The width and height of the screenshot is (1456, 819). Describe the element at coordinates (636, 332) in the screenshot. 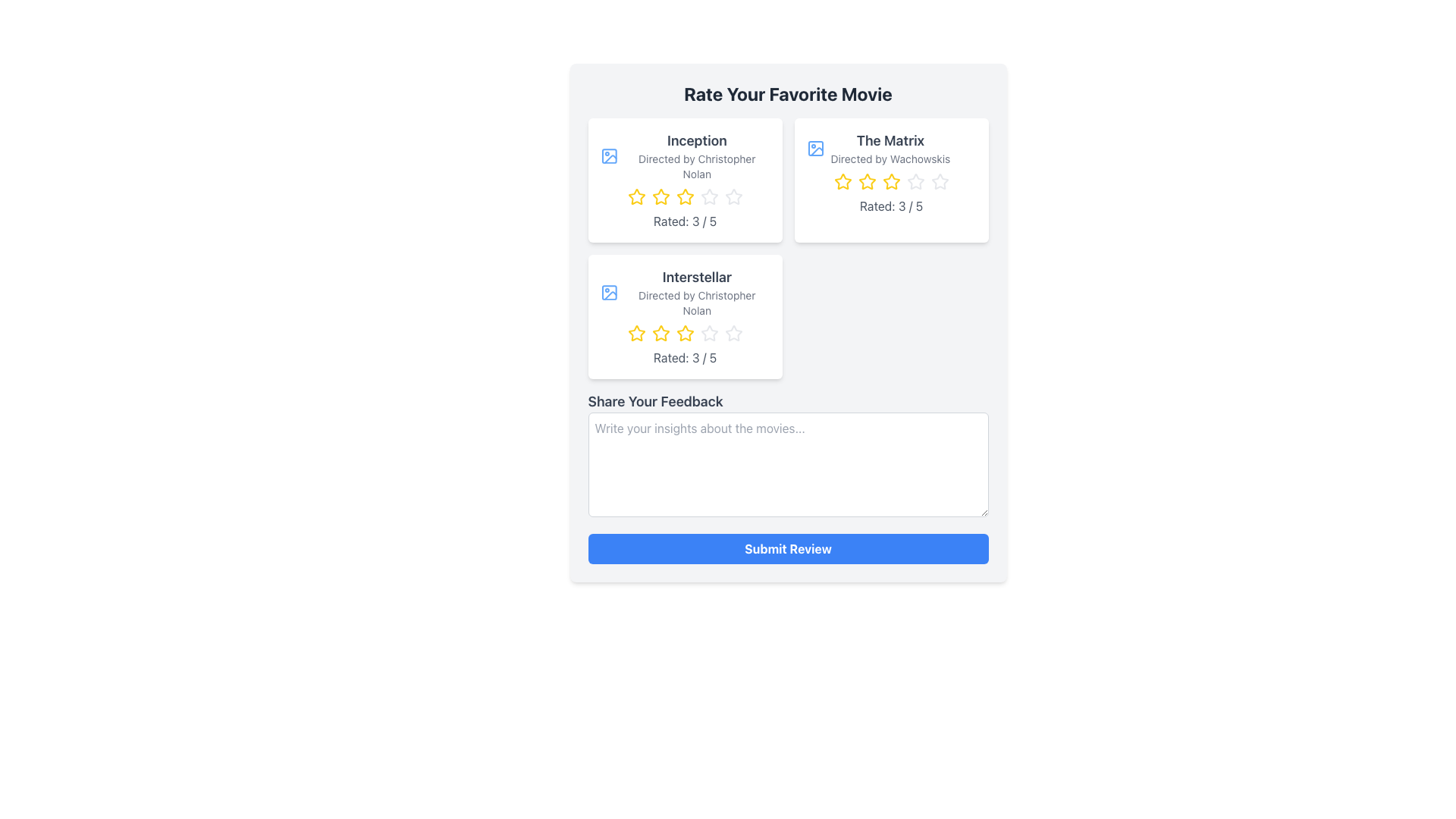

I see `the first yellow star rating element under the movie 'Interstellar' to rate one star` at that location.